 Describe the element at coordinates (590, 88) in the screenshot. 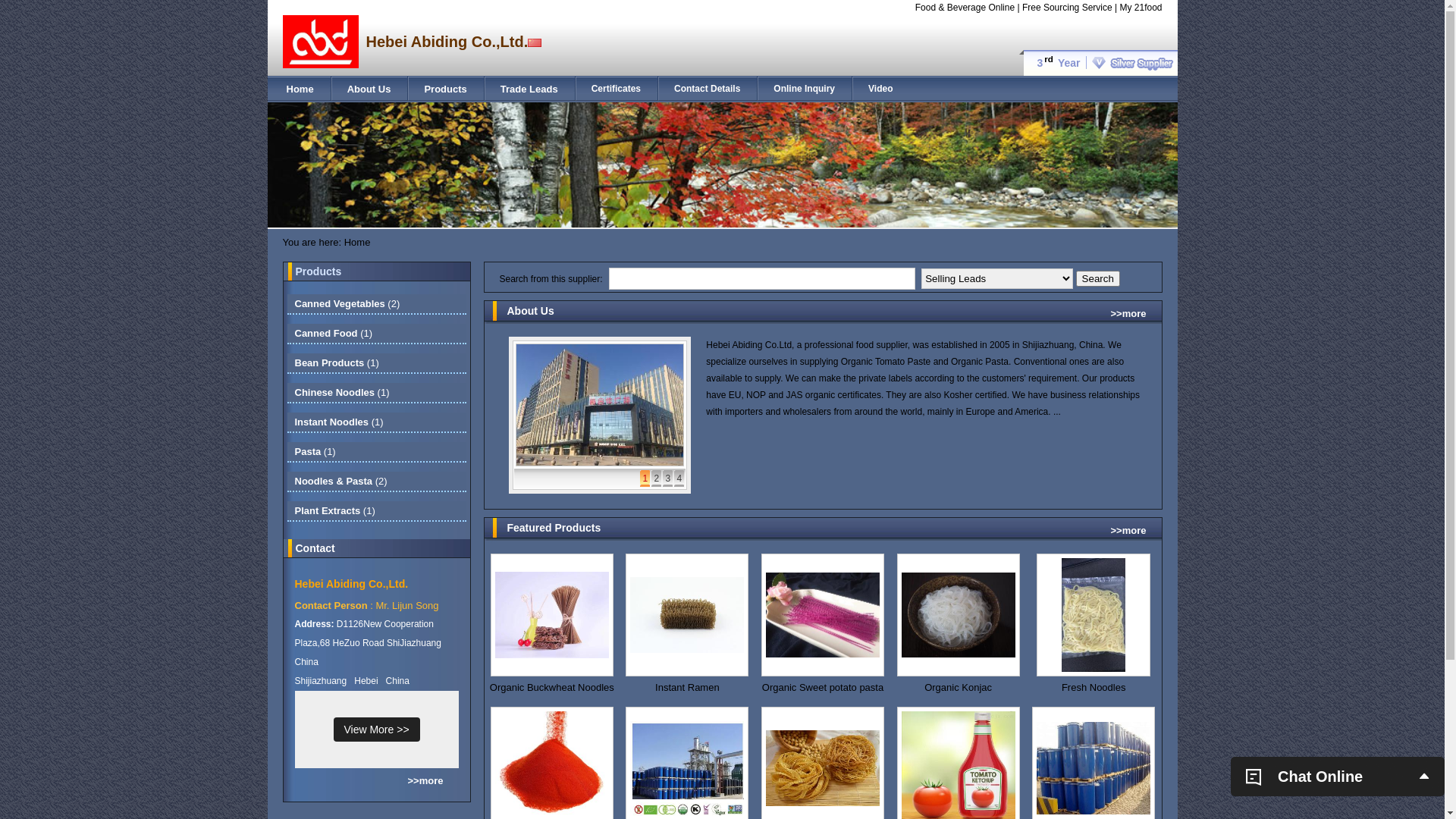

I see `'Certificates'` at that location.